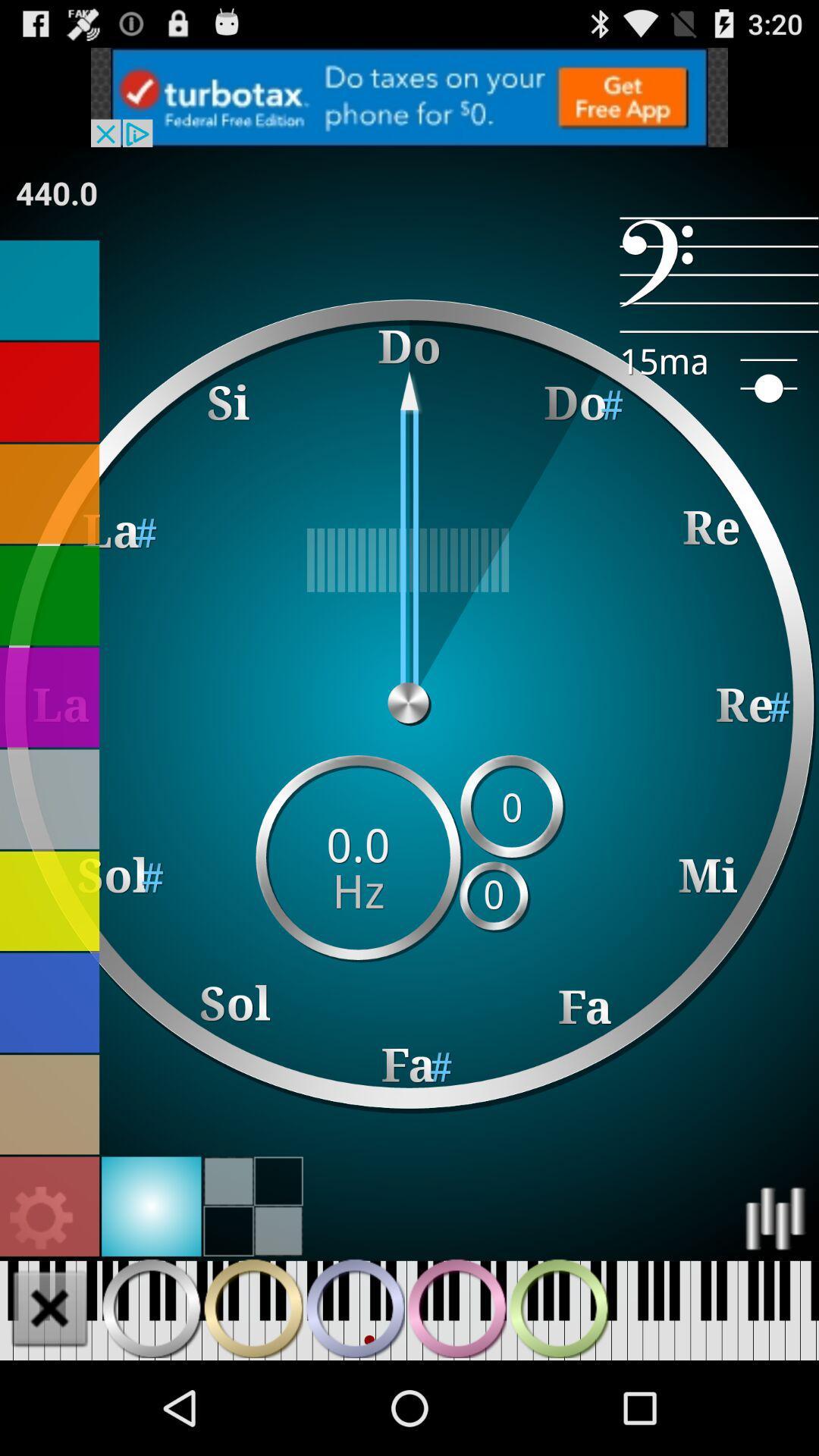  I want to click on choose light blue background theme, so click(151, 1206).